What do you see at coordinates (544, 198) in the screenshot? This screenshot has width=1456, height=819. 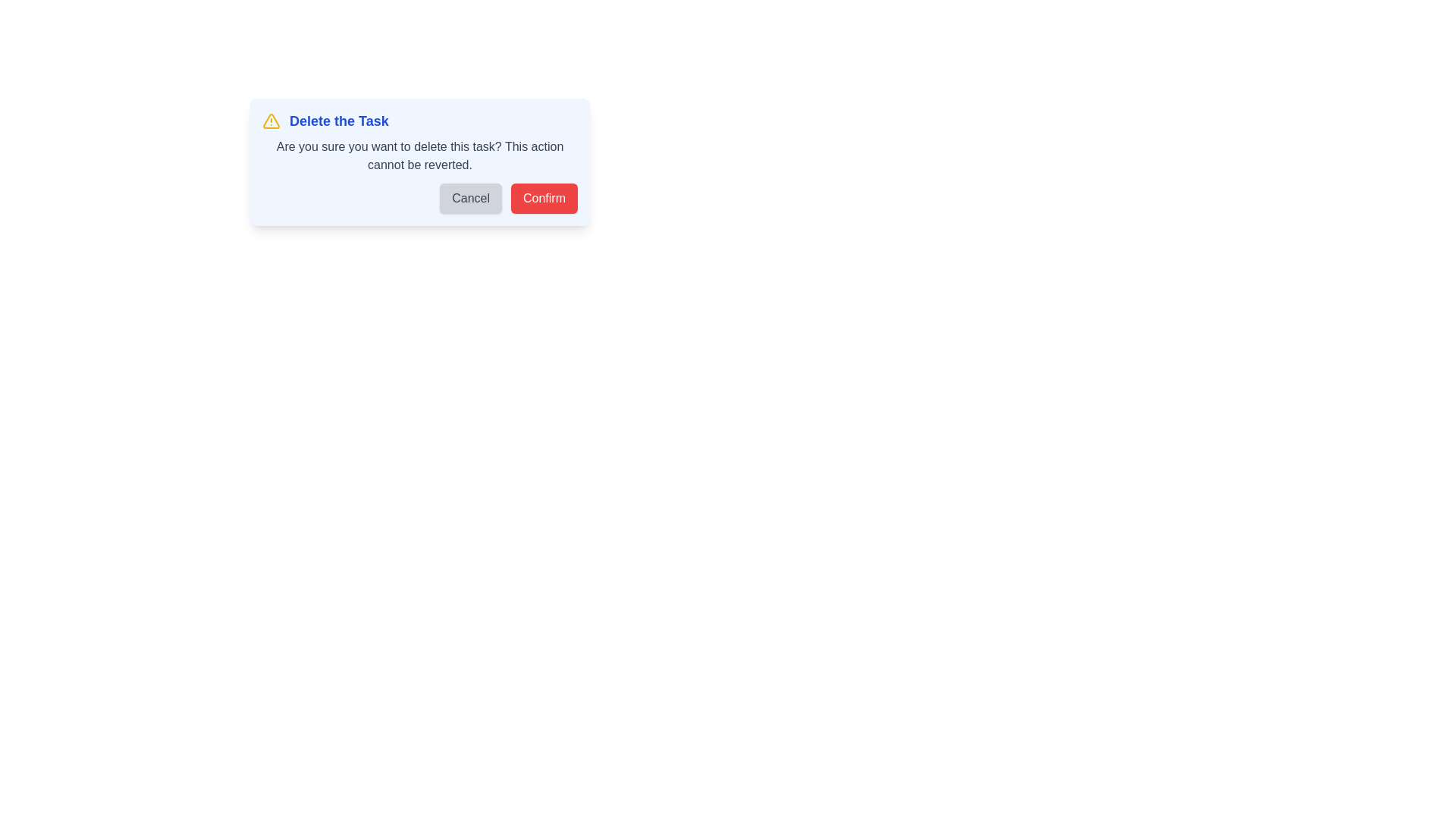 I see `the 'Confirm' button with a red background and white text` at bounding box center [544, 198].